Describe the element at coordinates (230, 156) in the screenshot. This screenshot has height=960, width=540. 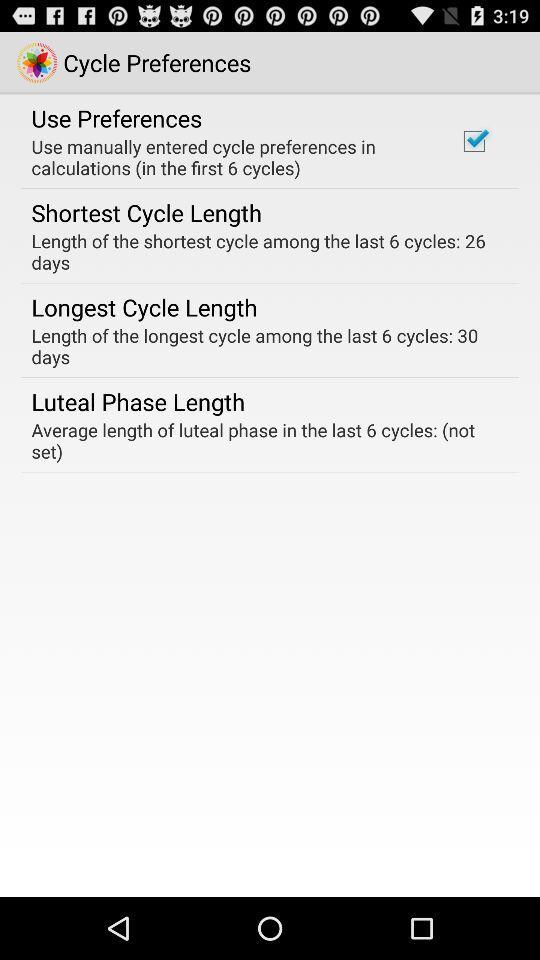
I see `the item above the shortest cycle length` at that location.